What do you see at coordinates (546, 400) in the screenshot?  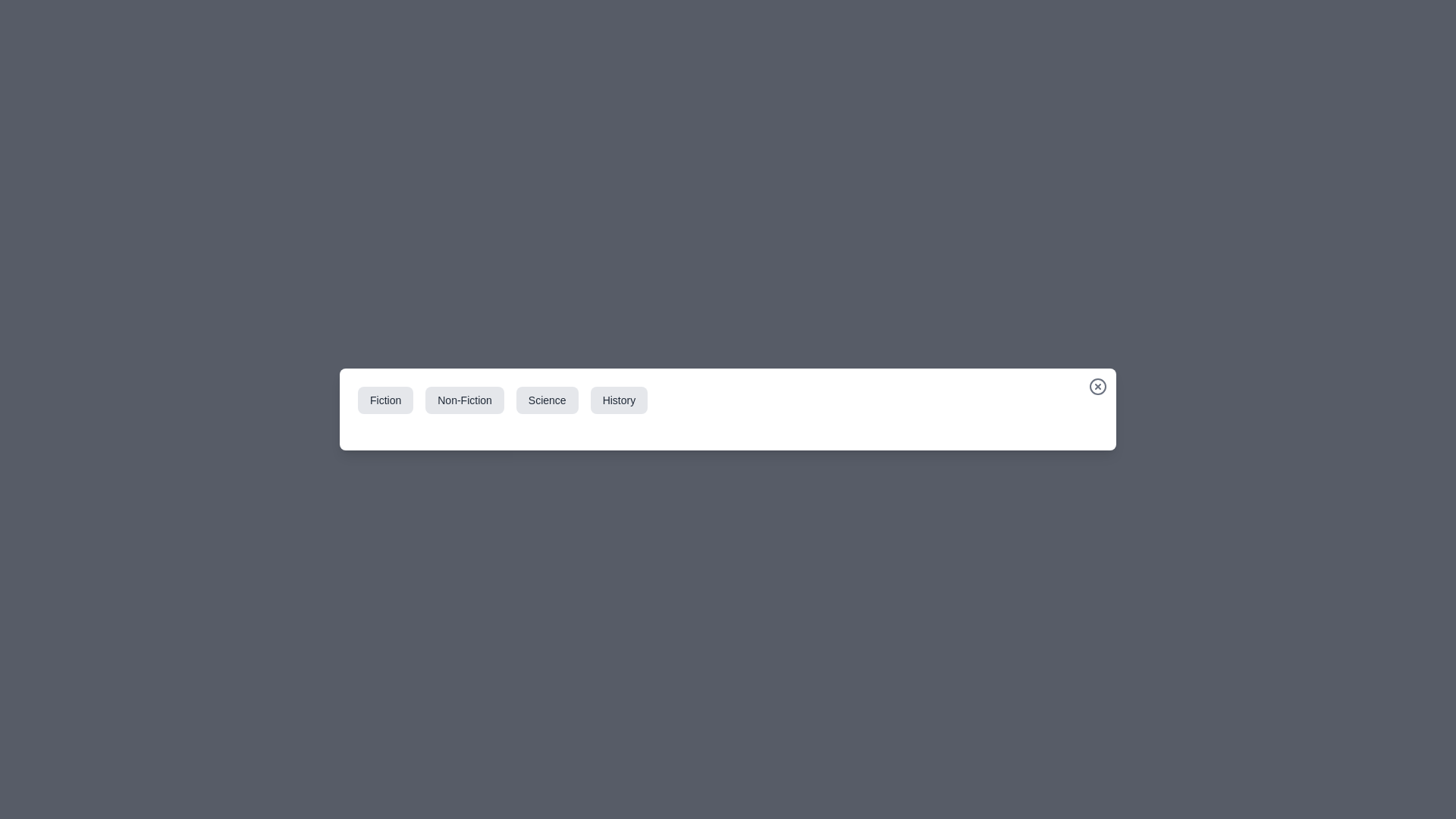 I see `the Science tab` at bounding box center [546, 400].